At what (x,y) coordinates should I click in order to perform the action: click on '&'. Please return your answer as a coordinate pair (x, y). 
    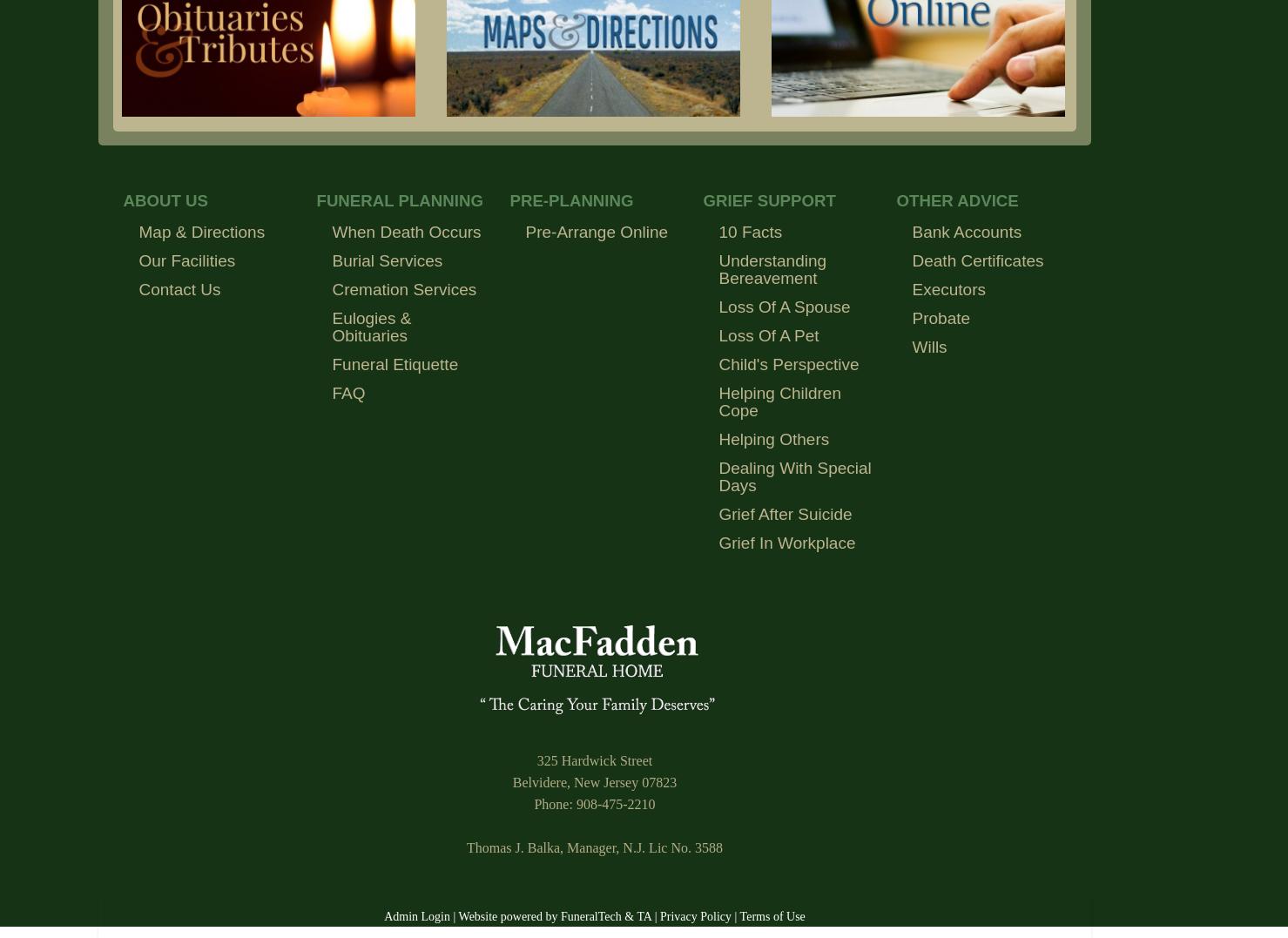
    Looking at the image, I should click on (621, 916).